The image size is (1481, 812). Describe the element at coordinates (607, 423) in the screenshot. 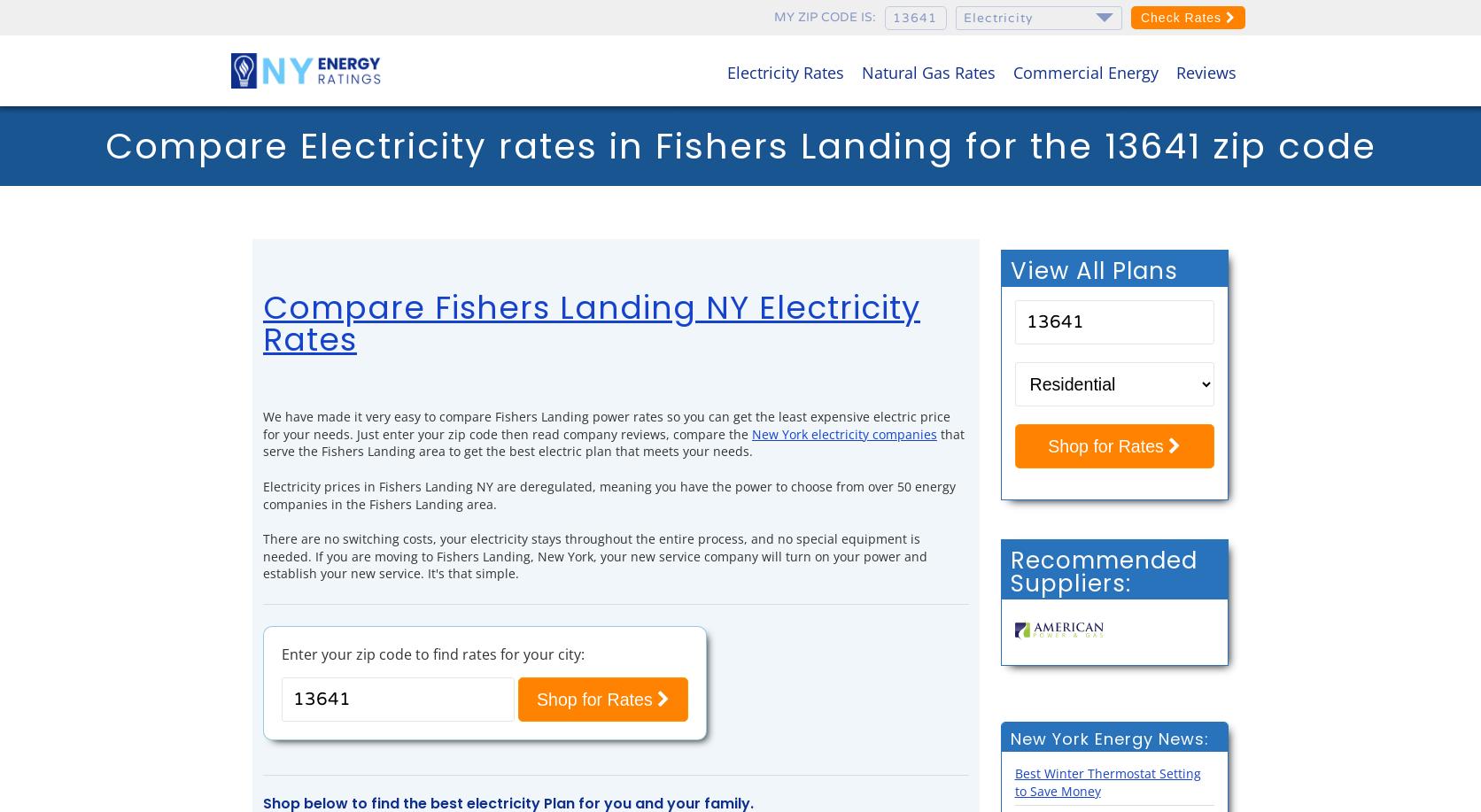

I see `'We have made it very easy to compare Fishers Landing power rates so you can get the least expensive electric price for your needs. Just enter your zip code then read company reviews, compare the'` at that location.